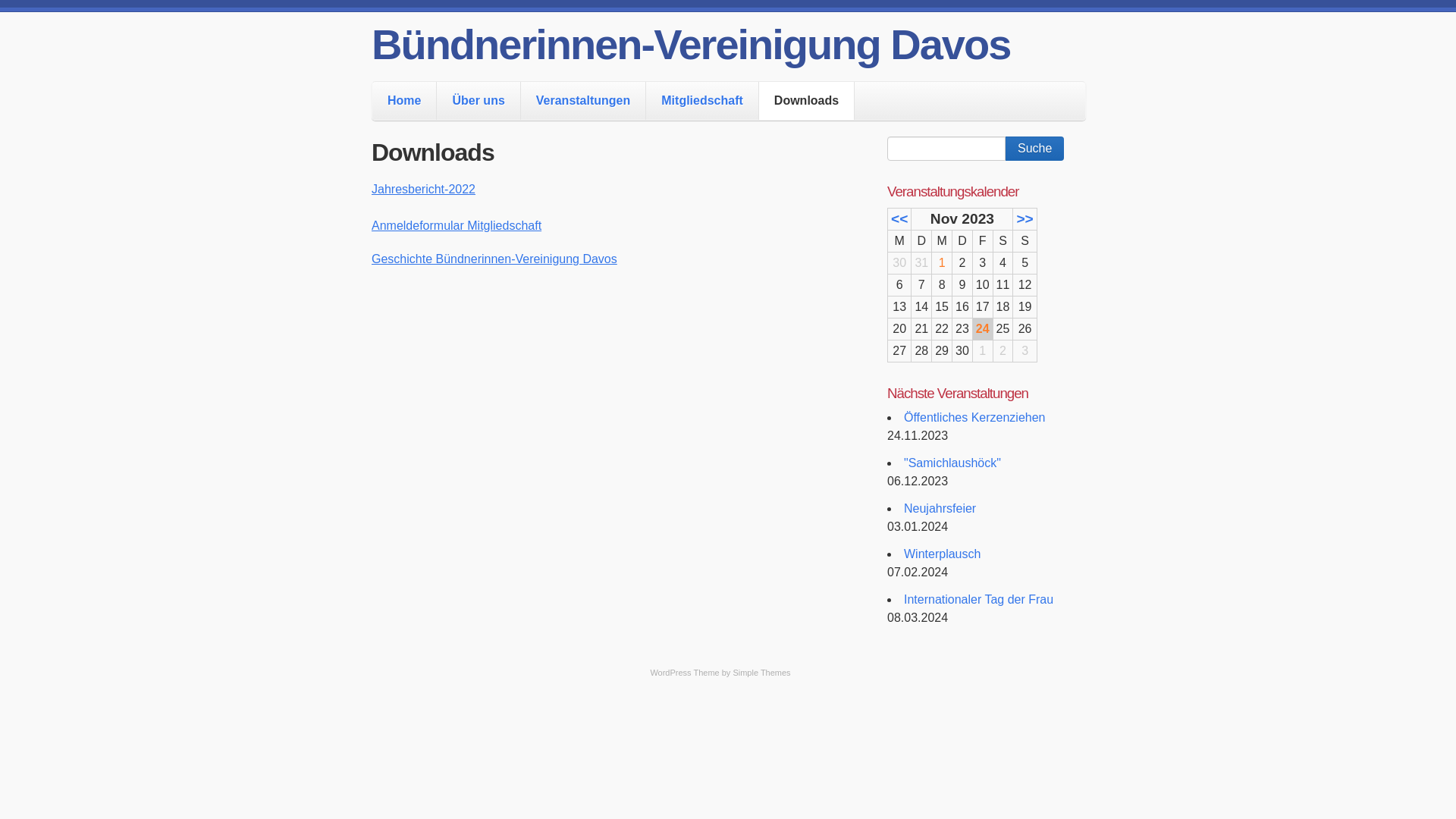  Describe the element at coordinates (939, 508) in the screenshot. I see `'Neujahrsfeier'` at that location.